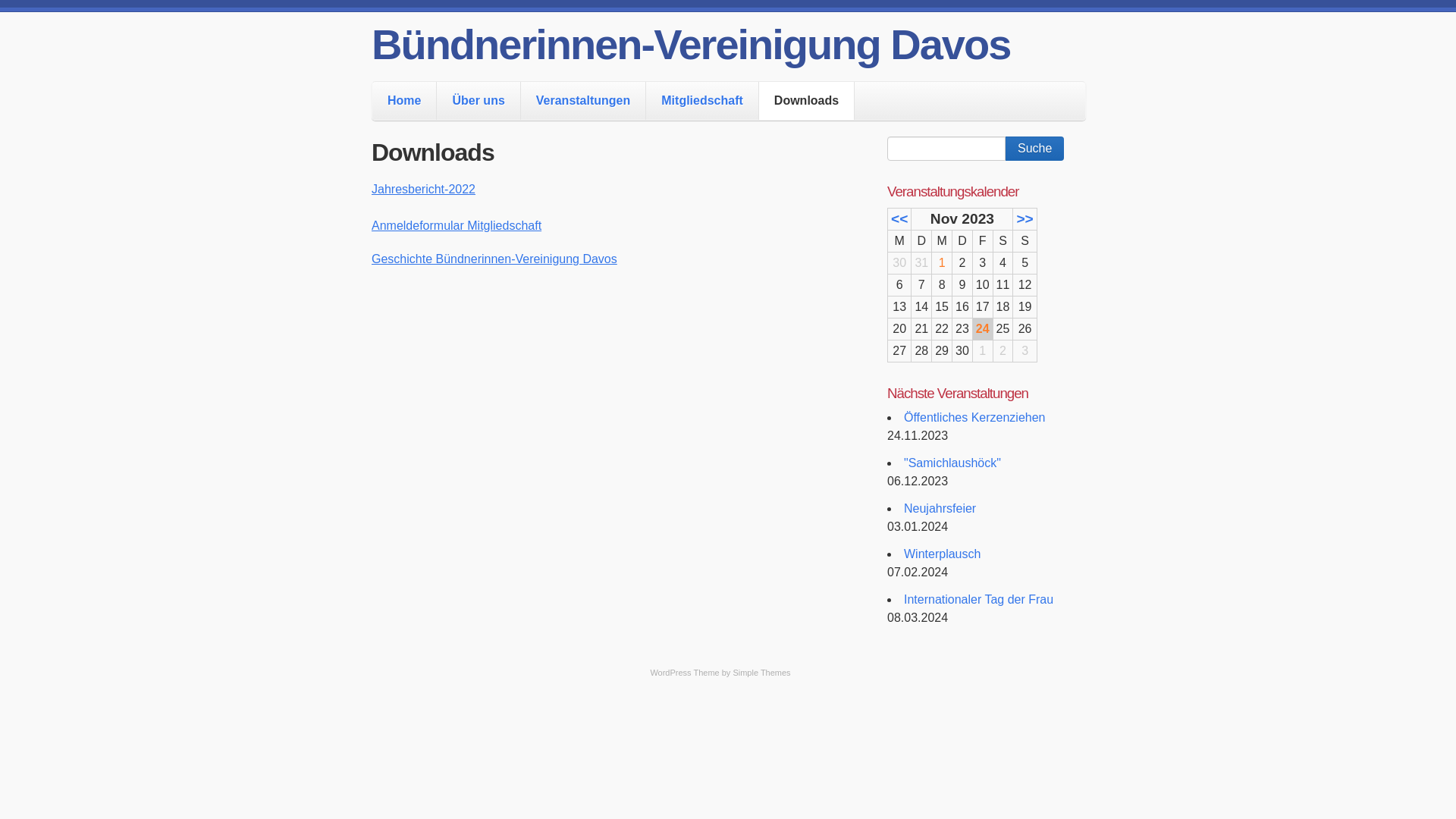  Describe the element at coordinates (939, 508) in the screenshot. I see `'Neujahrsfeier'` at that location.